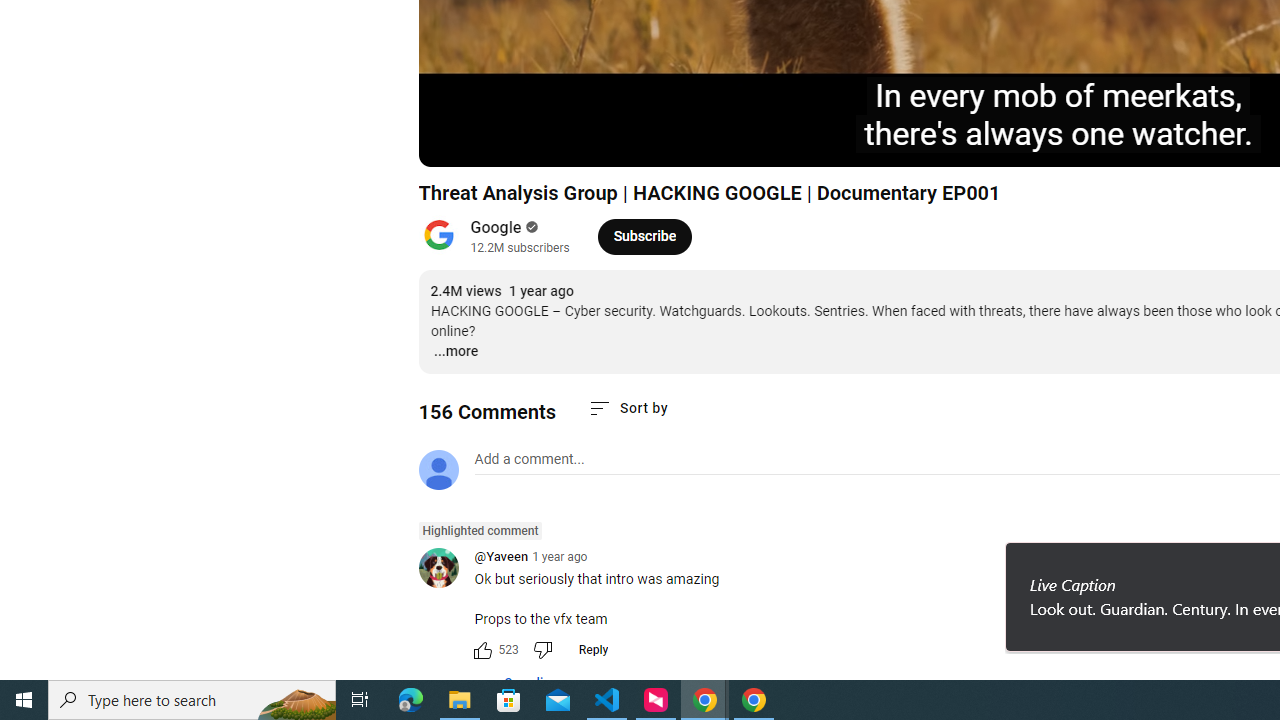 The height and width of the screenshot is (720, 1280). Describe the element at coordinates (529, 459) in the screenshot. I see `'AutomationID: simplebox-placeholder'` at that location.